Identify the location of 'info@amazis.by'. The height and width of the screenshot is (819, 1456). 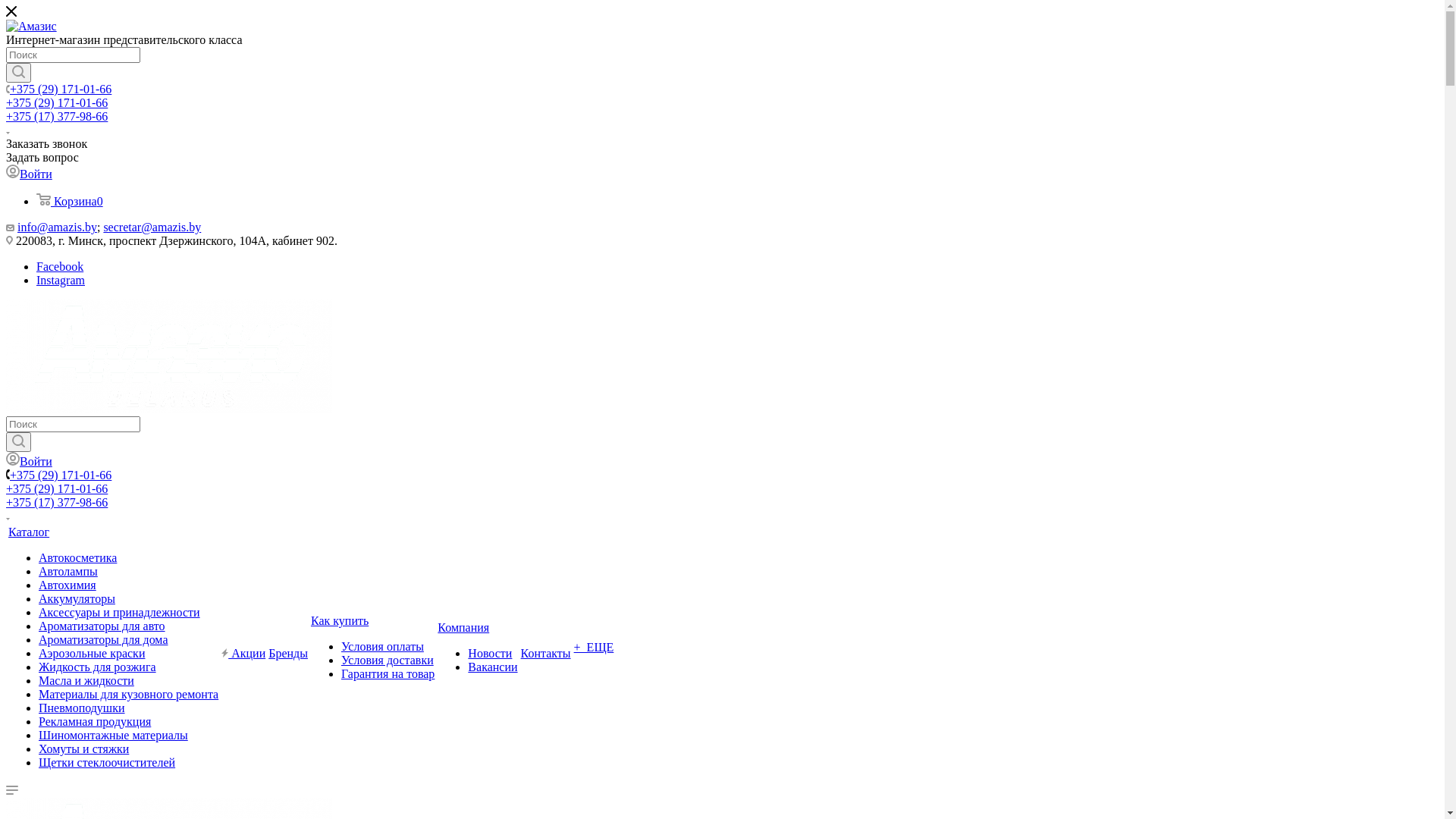
(57, 227).